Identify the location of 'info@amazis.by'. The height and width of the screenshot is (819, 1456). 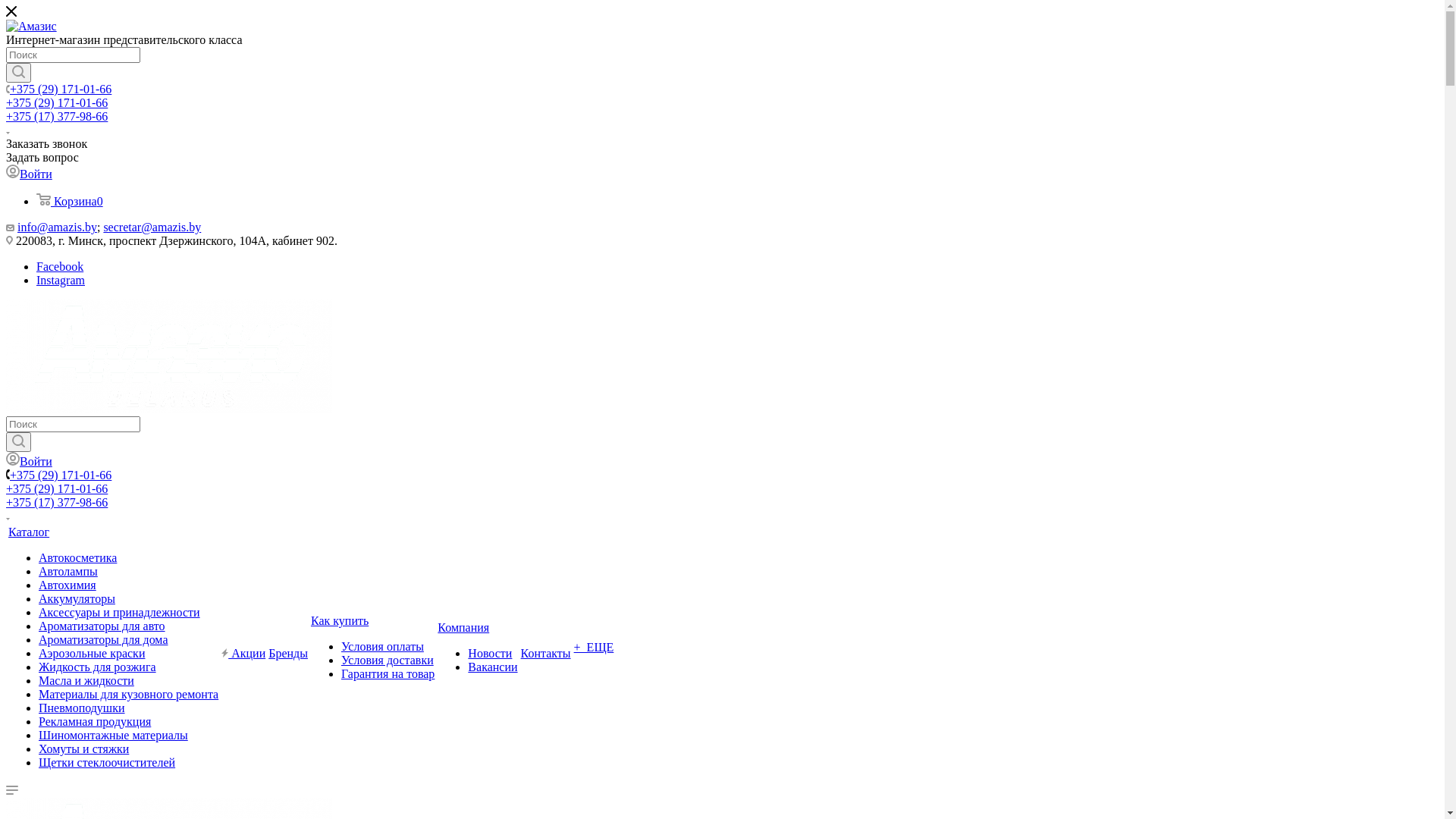
(57, 227).